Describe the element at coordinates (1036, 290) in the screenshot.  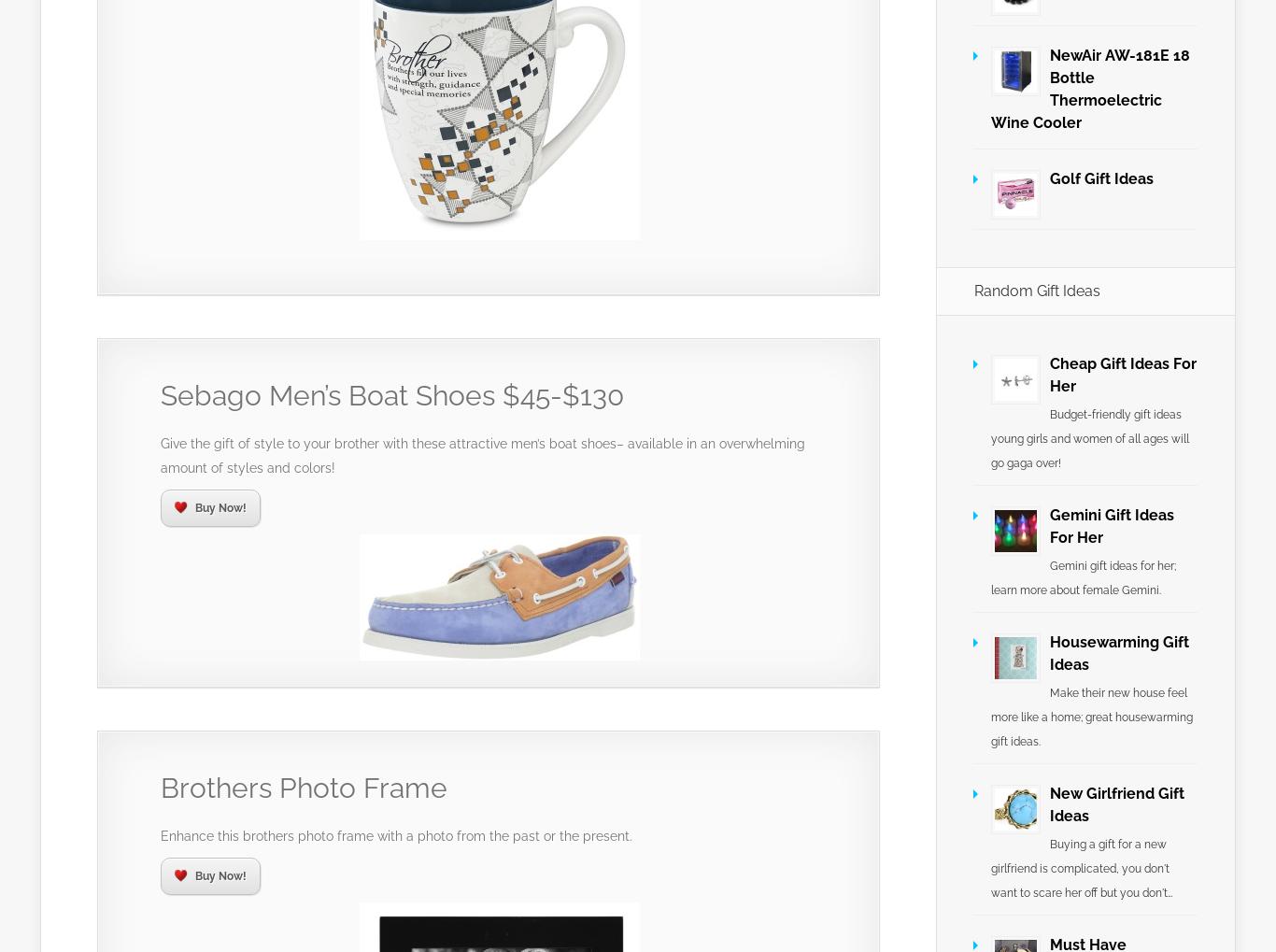
I see `'Random Gift Ideas'` at that location.